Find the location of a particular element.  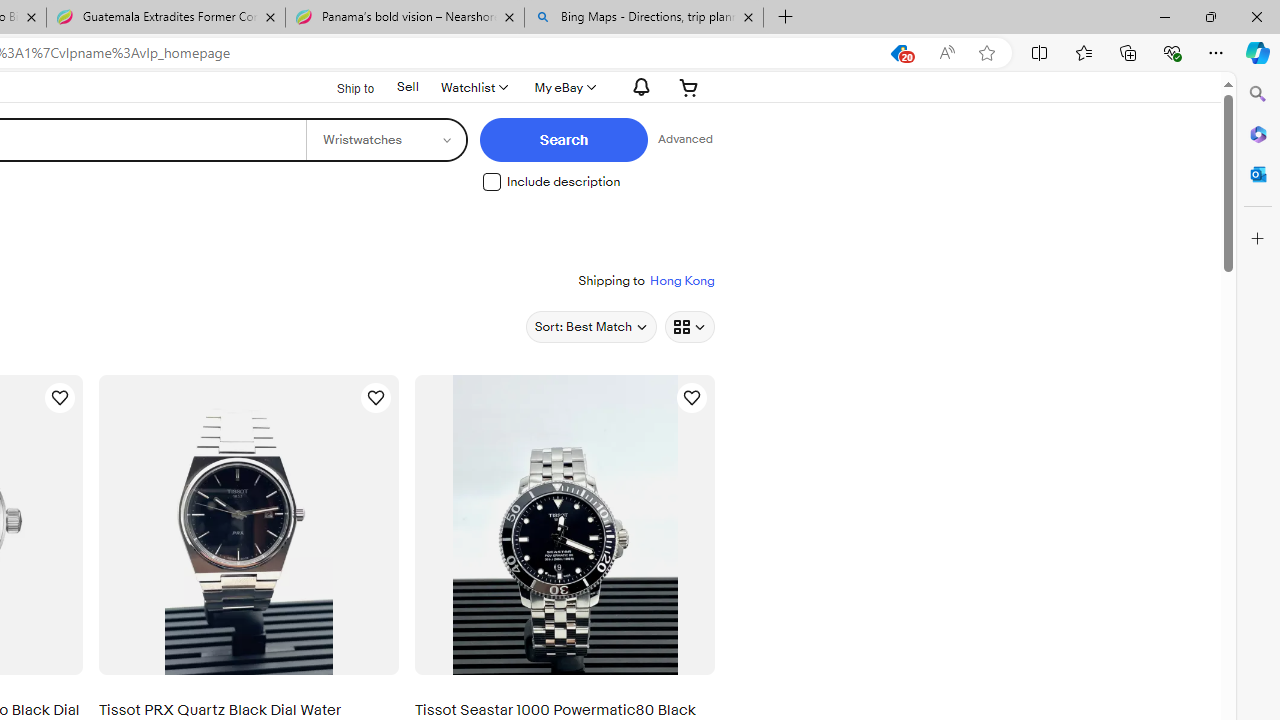

'My eBay' is located at coordinates (563, 86).